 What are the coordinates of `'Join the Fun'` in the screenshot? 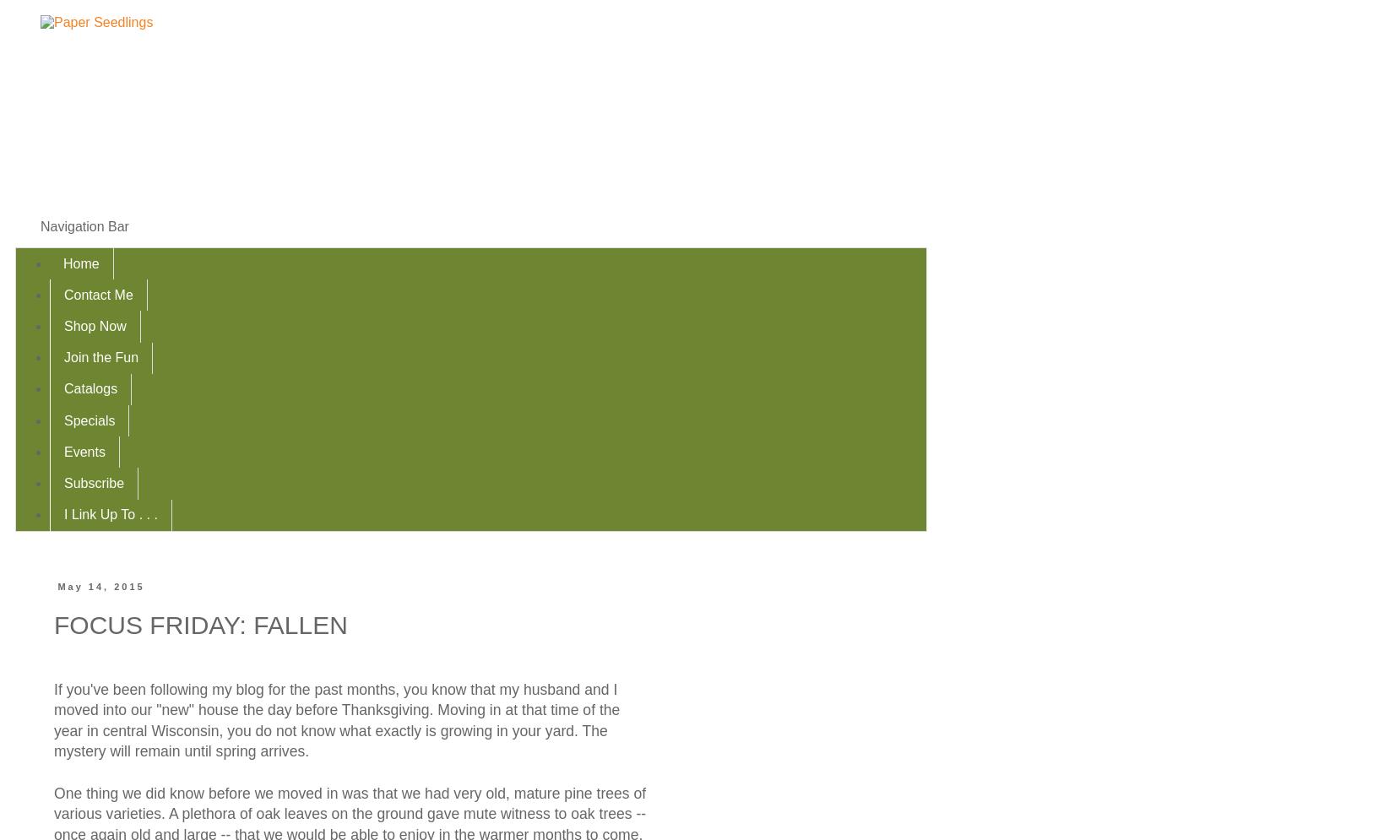 It's located at (100, 356).